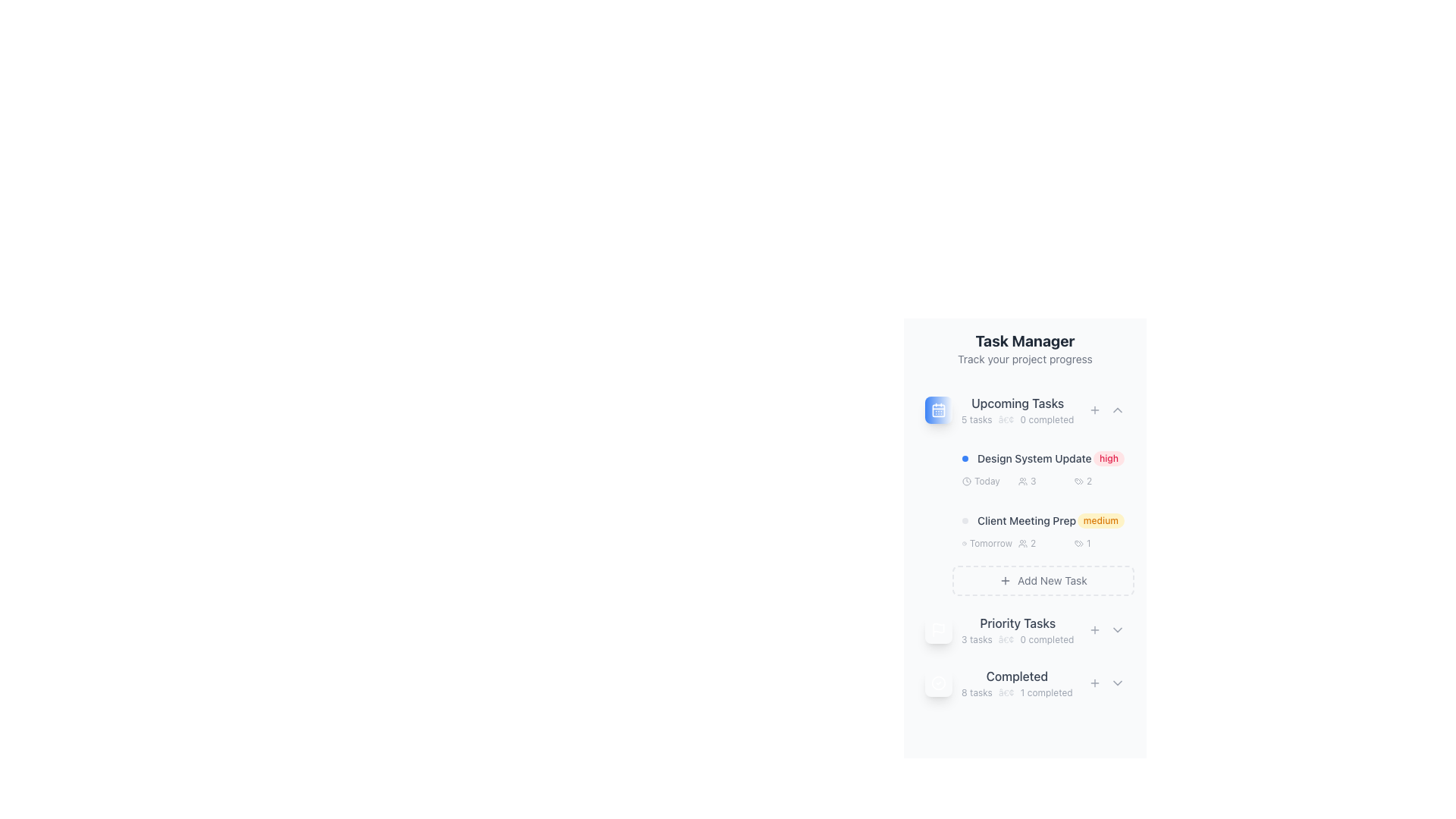  Describe the element at coordinates (966, 482) in the screenshot. I see `the SVG circle element located in the 'Upcoming Tasks' section of the UI, which serves as a visual aid` at that location.